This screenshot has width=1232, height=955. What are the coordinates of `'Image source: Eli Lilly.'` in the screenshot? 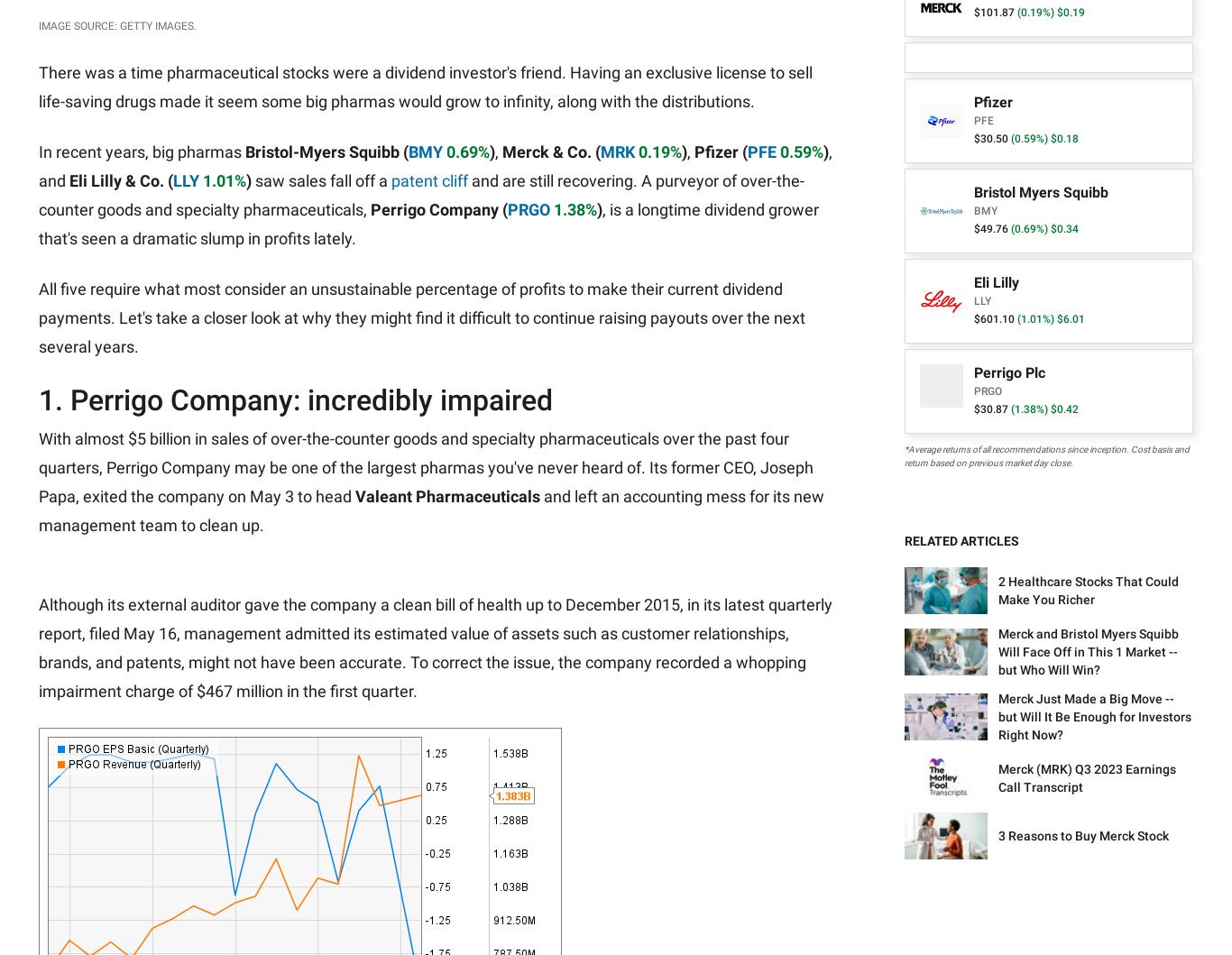 It's located at (101, 36).